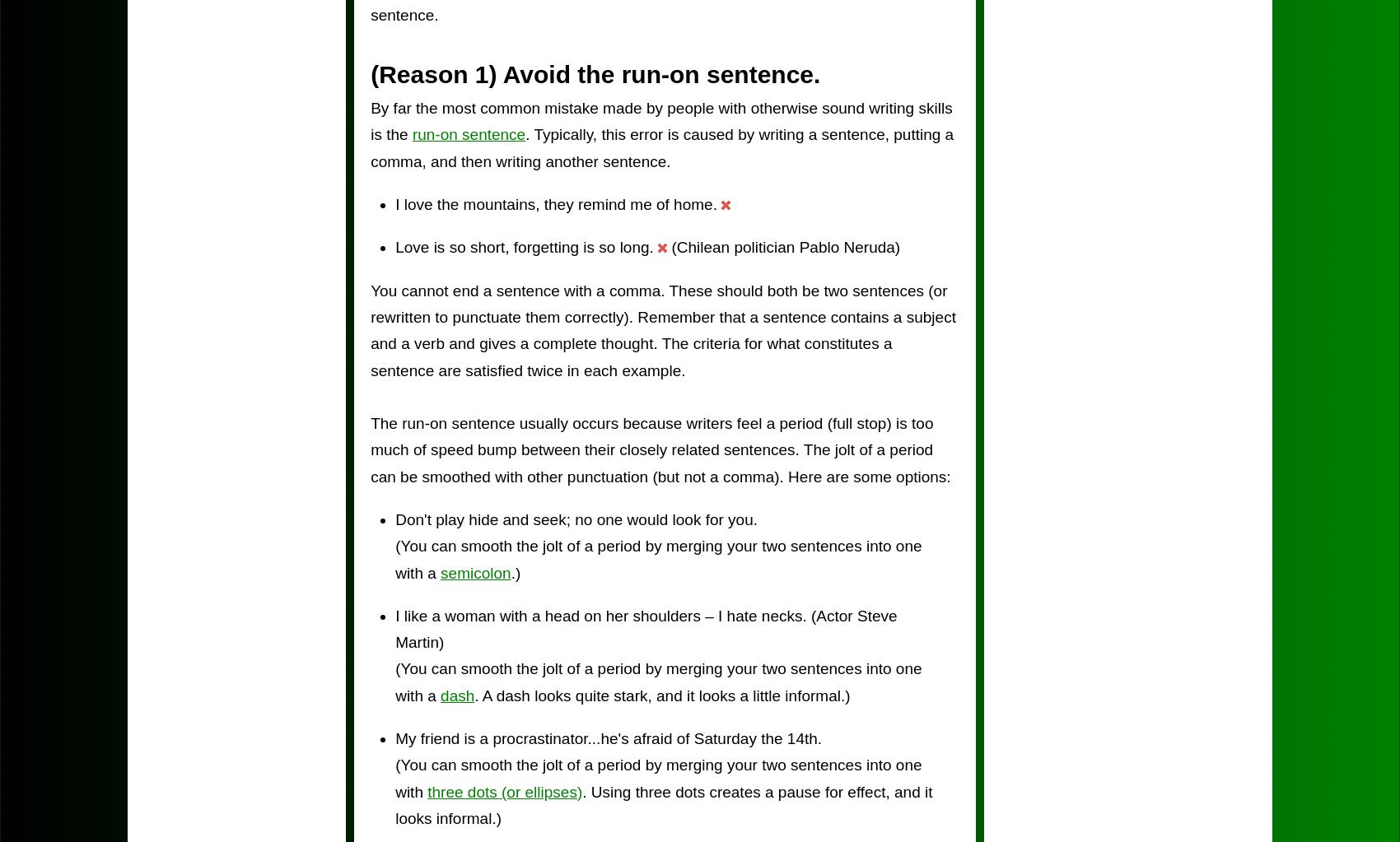 The height and width of the screenshot is (842, 1400). What do you see at coordinates (662, 804) in the screenshot?
I see `'. Using three dots creates a pause for effect, and it looks informal.)'` at bounding box center [662, 804].